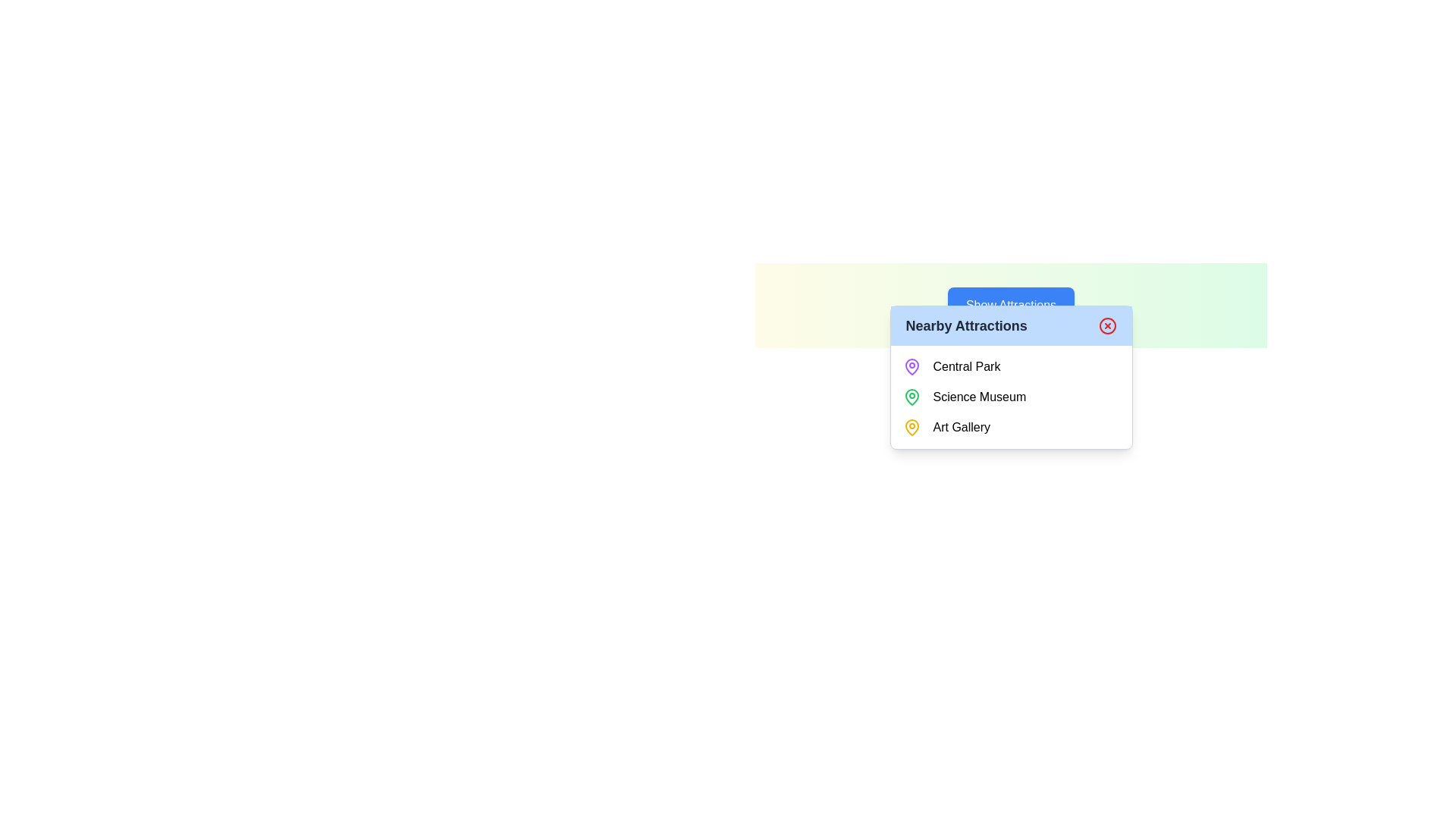 This screenshot has width=1456, height=819. What do you see at coordinates (979, 397) in the screenshot?
I see `the text label for the 'Science Museum' in the dropdown menu` at bounding box center [979, 397].